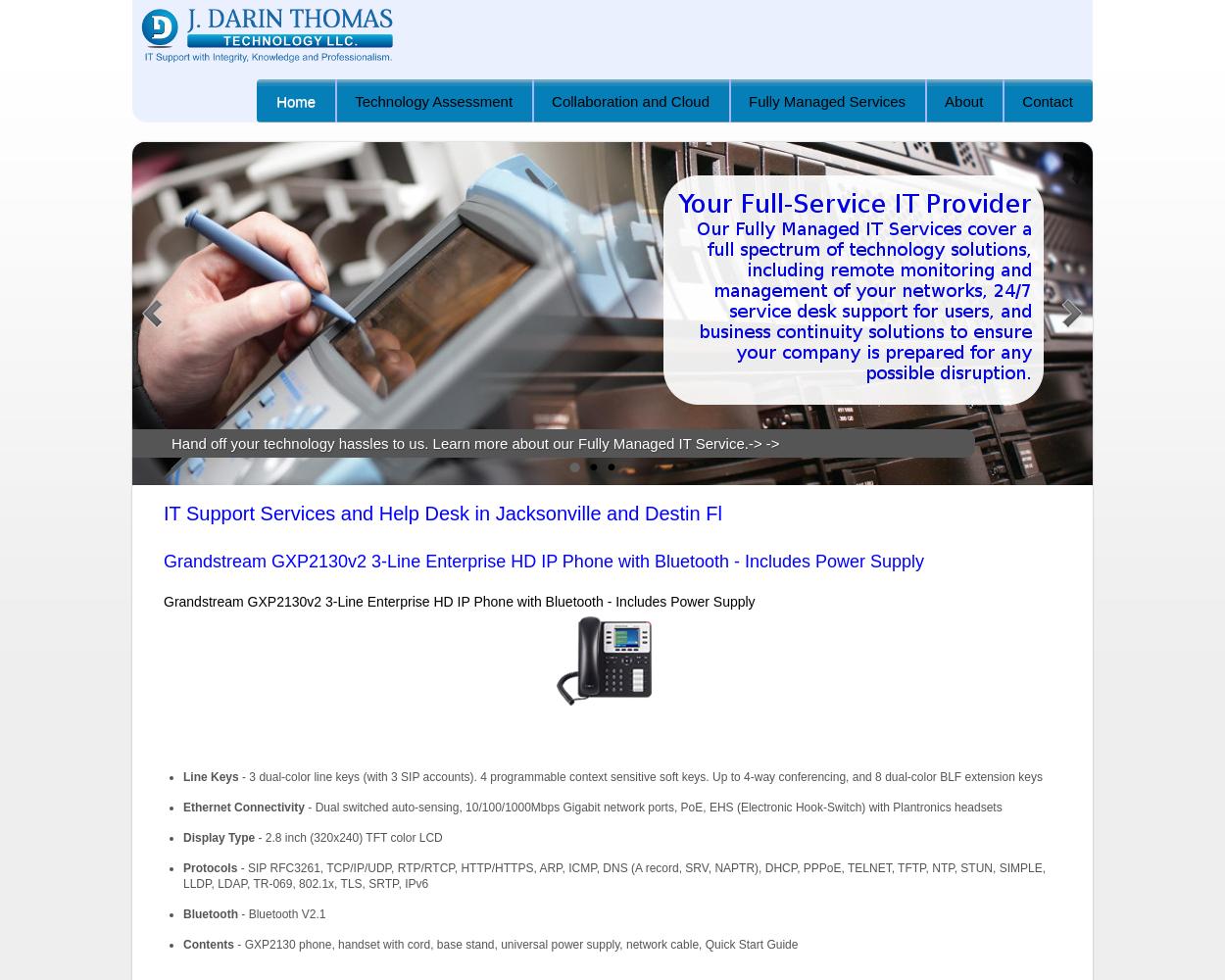 This screenshot has width=1225, height=980. I want to click on '- Dual switched auto-sensing, 10/100/1000Mbps Gigabit network ports, PoE, EHS (Electronic Hook-Switch) with Plantronics headsets', so click(653, 806).